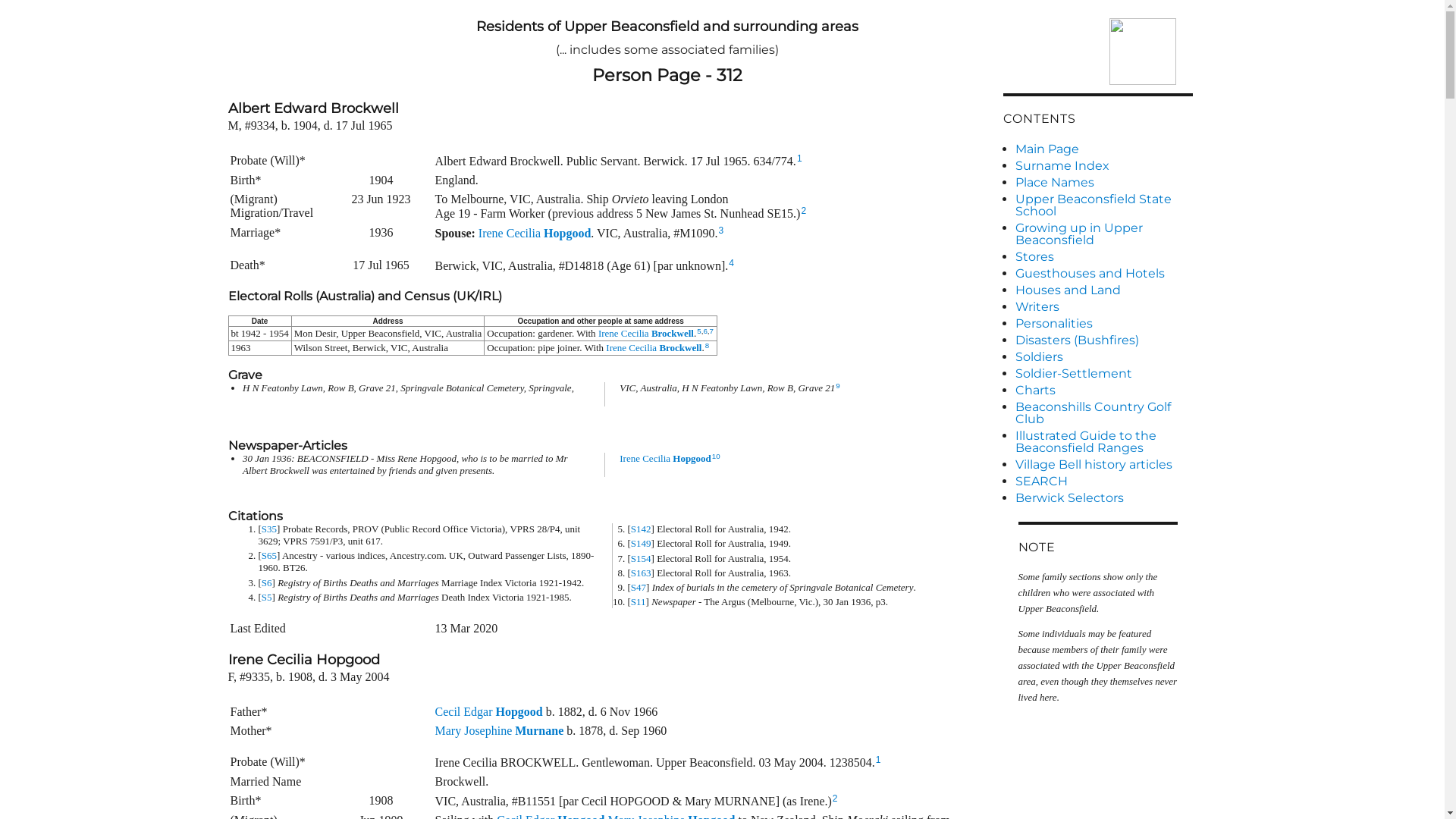 Image resolution: width=1456 pixels, height=819 pixels. I want to click on 'S47', so click(638, 586).